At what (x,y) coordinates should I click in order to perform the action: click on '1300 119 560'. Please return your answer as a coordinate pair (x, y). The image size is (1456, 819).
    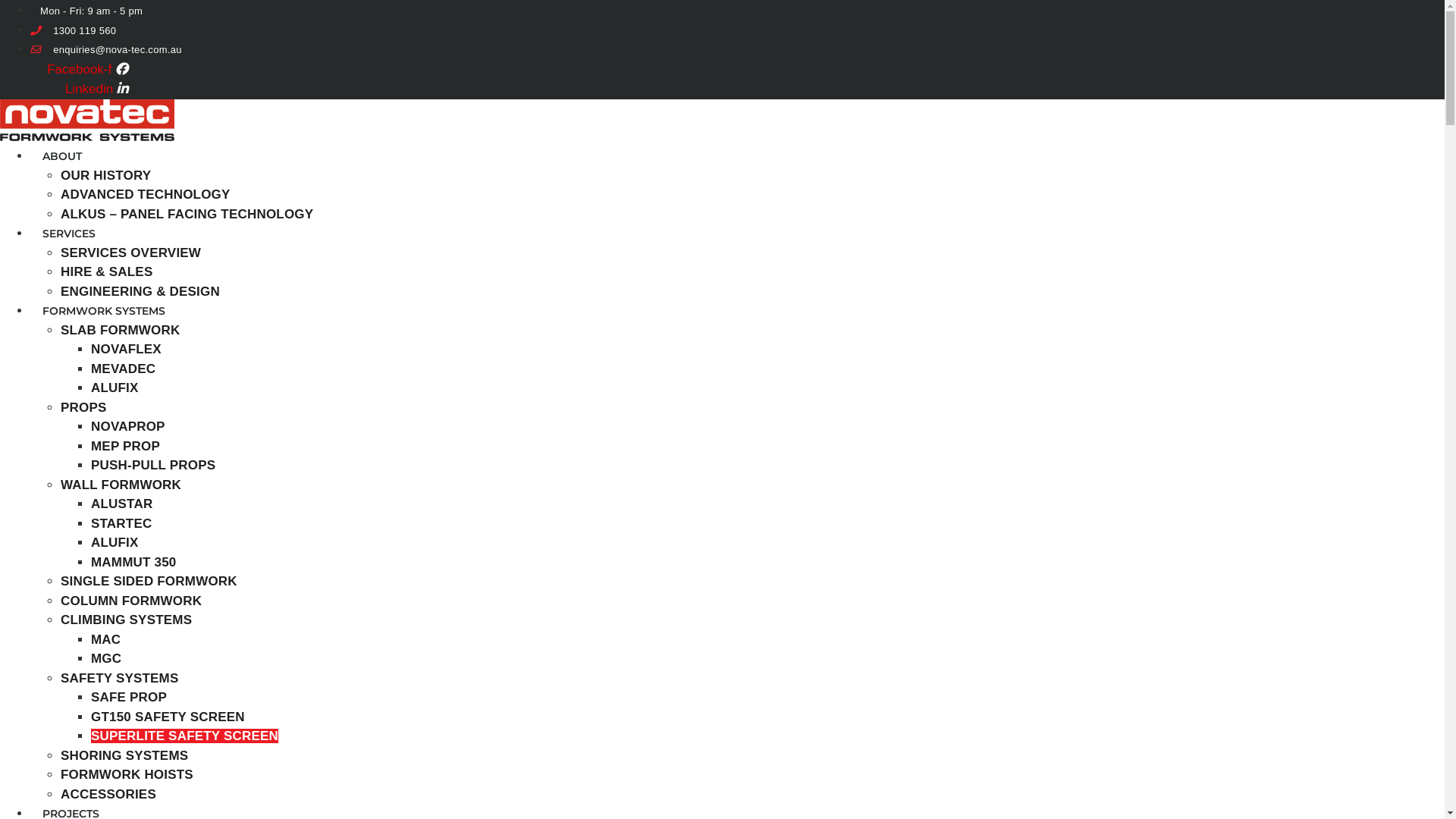
    Looking at the image, I should click on (30, 30).